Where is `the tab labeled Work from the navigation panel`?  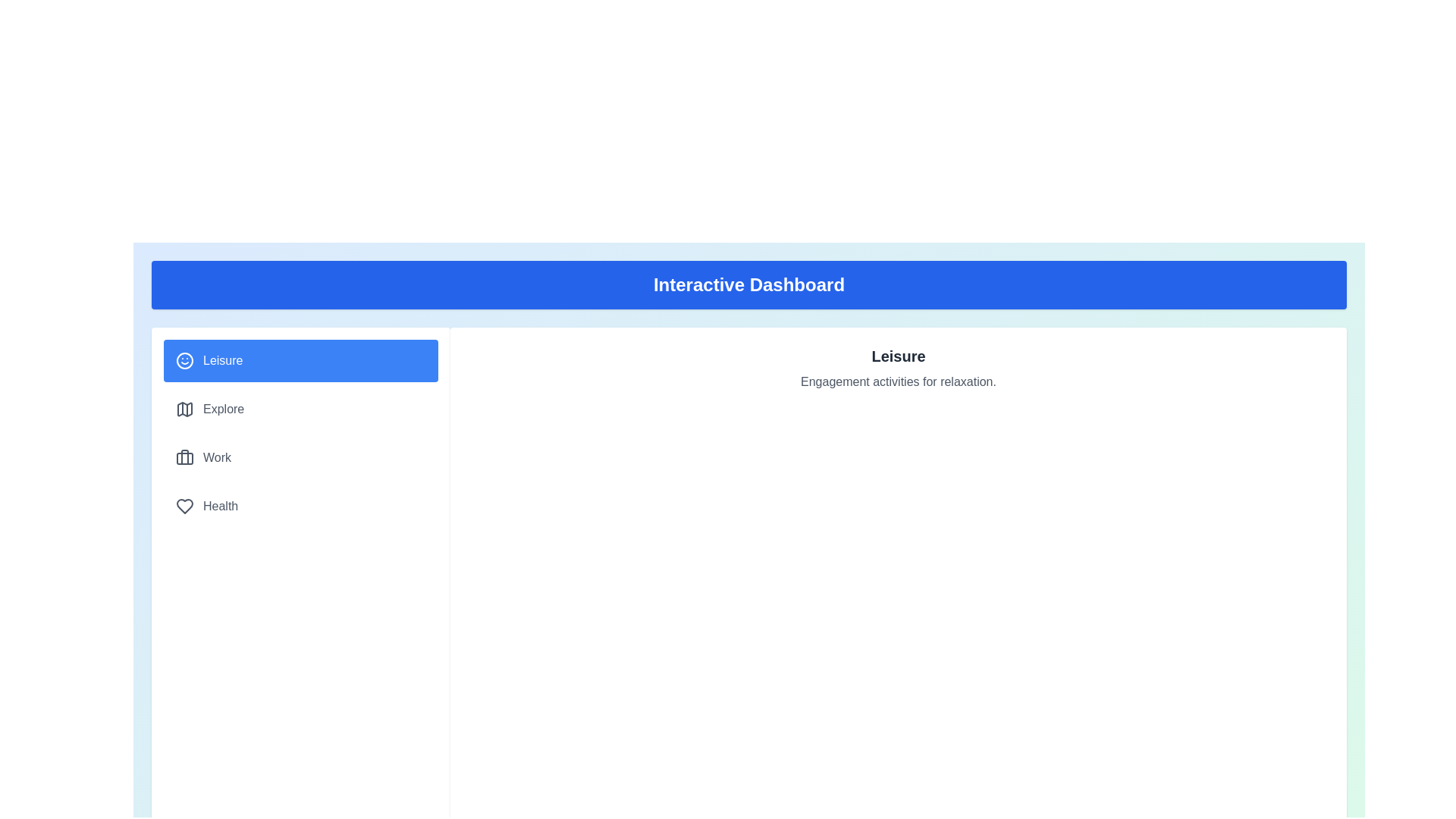
the tab labeled Work from the navigation panel is located at coordinates (301, 457).